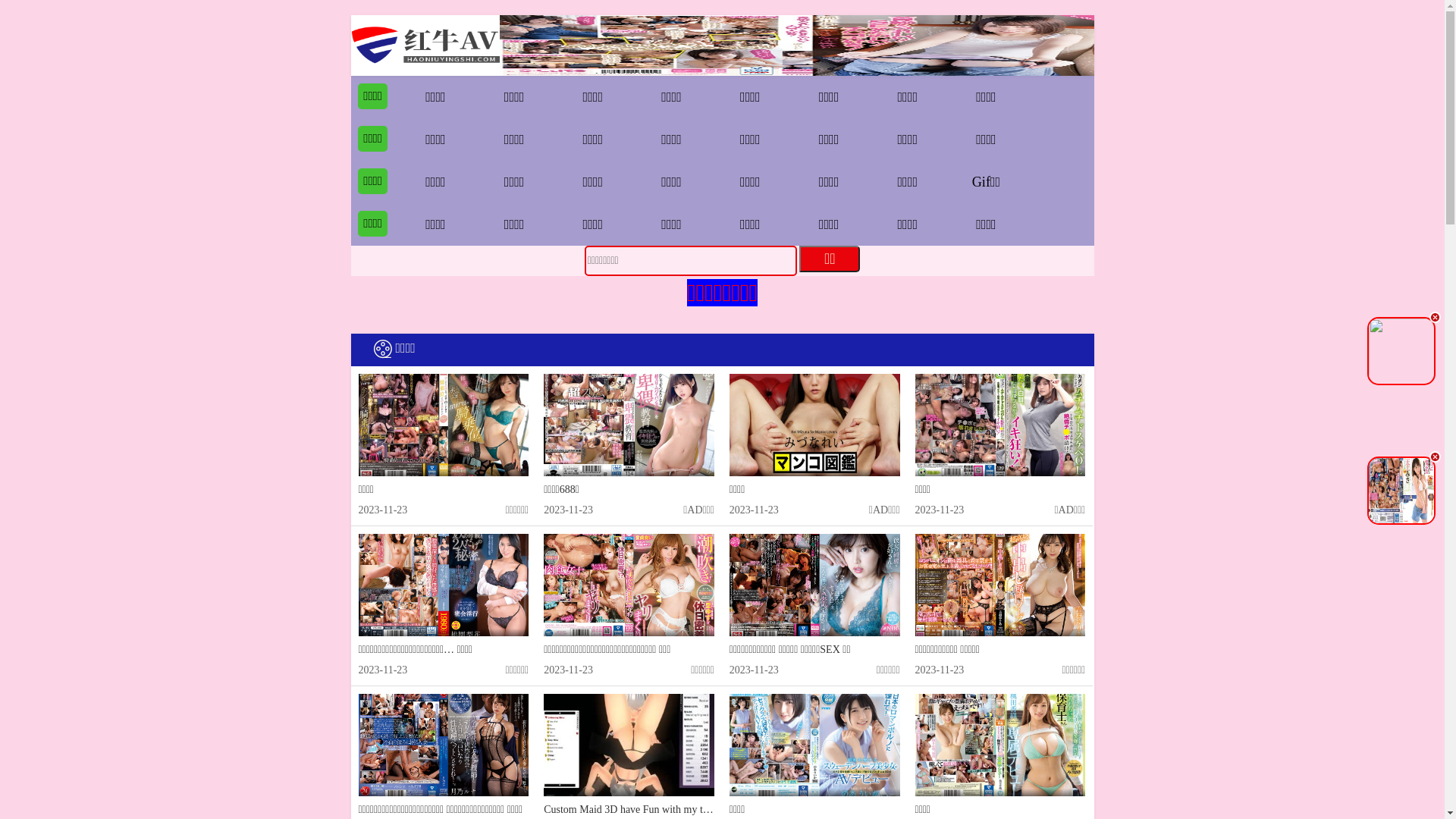 This screenshot has width=1456, height=819. Describe the element at coordinates (629, 744) in the screenshot. I see `'Custom Maid 3D  have Fun with my two Awesome Maid'` at that location.